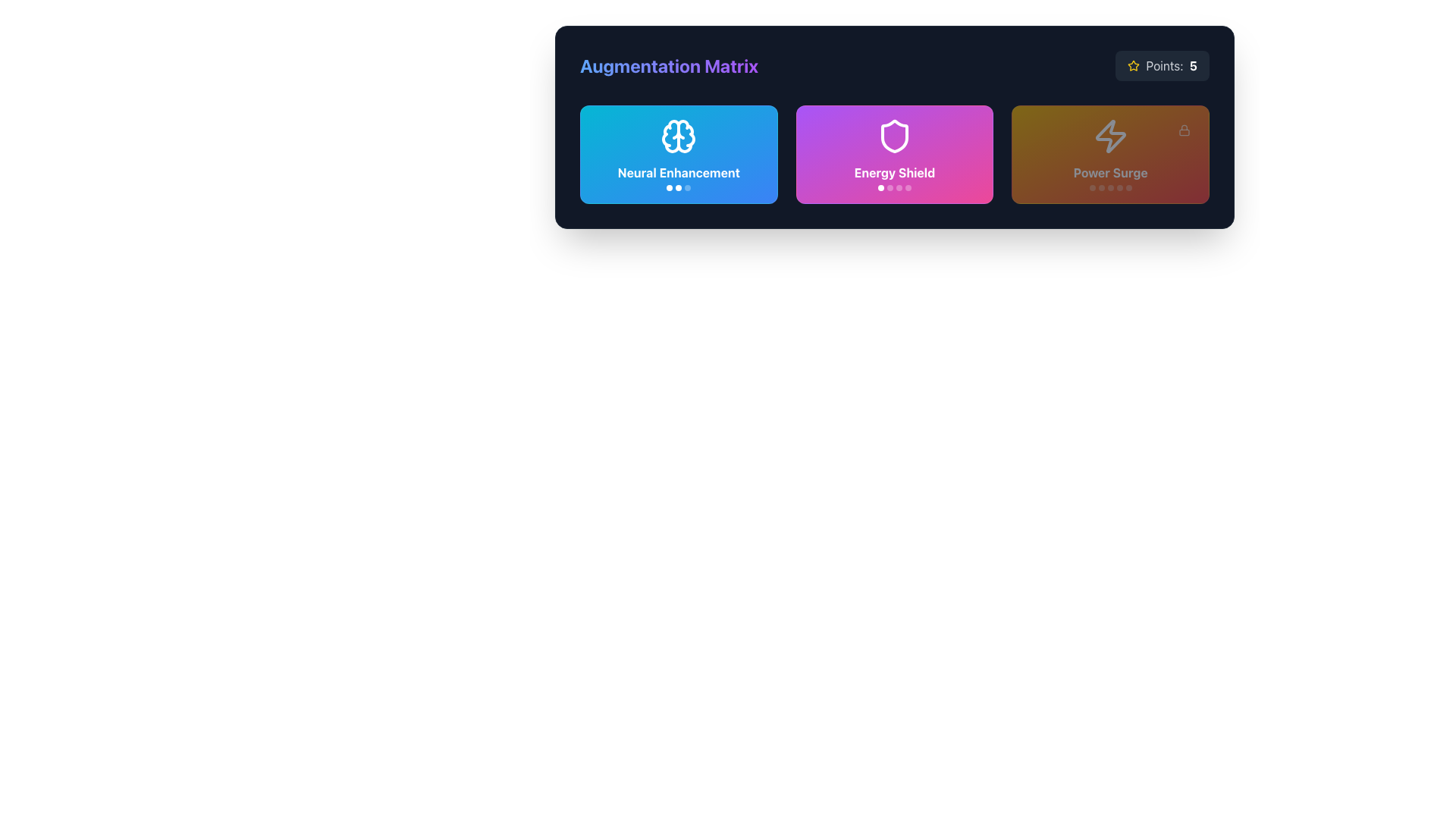  What do you see at coordinates (1134, 64) in the screenshot?
I see `the star icon located at the top-right section of the interface, near the points indicator displaying '5 Points.'` at bounding box center [1134, 64].